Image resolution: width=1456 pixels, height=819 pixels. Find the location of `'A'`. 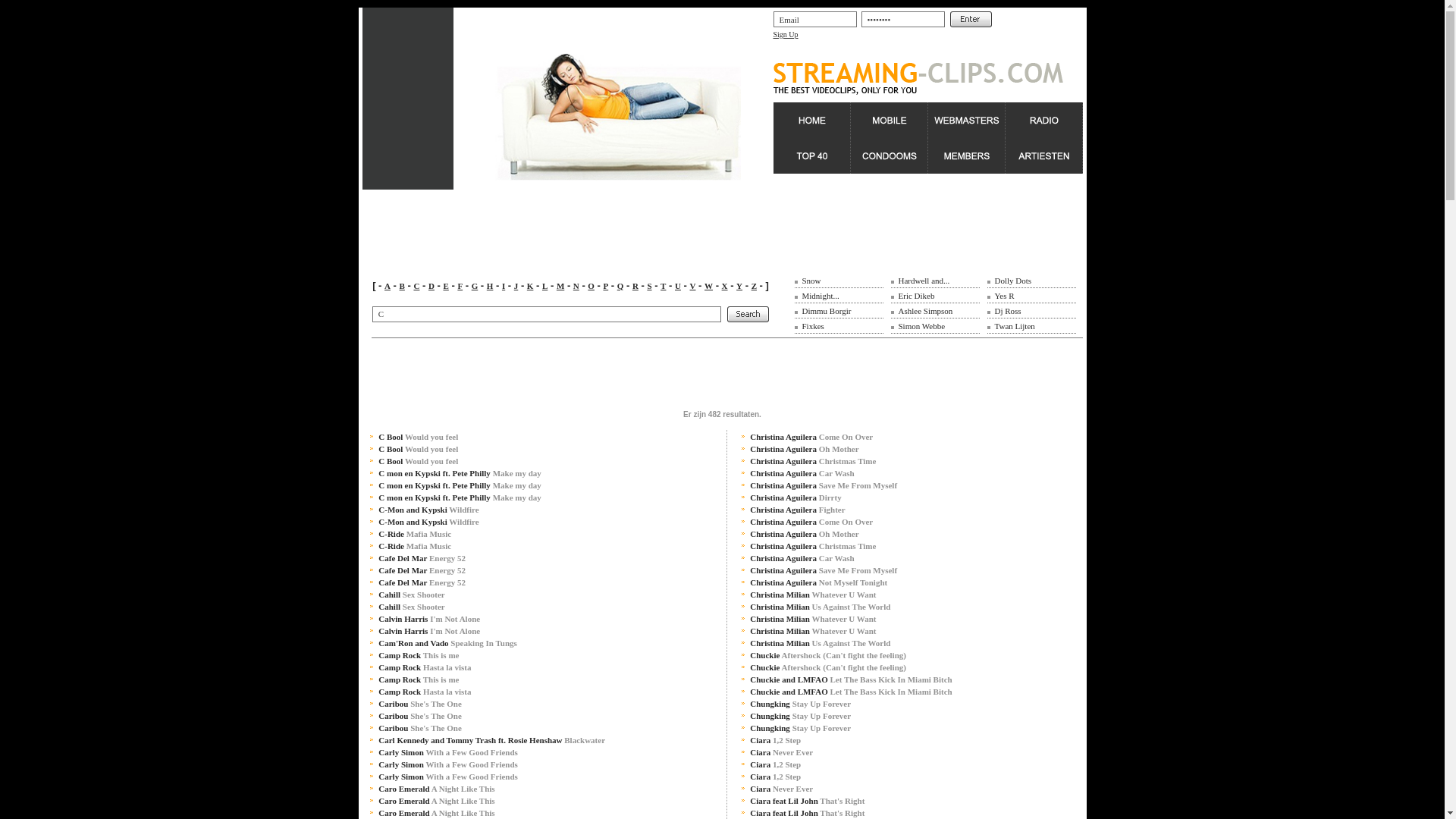

'A' is located at coordinates (387, 286).